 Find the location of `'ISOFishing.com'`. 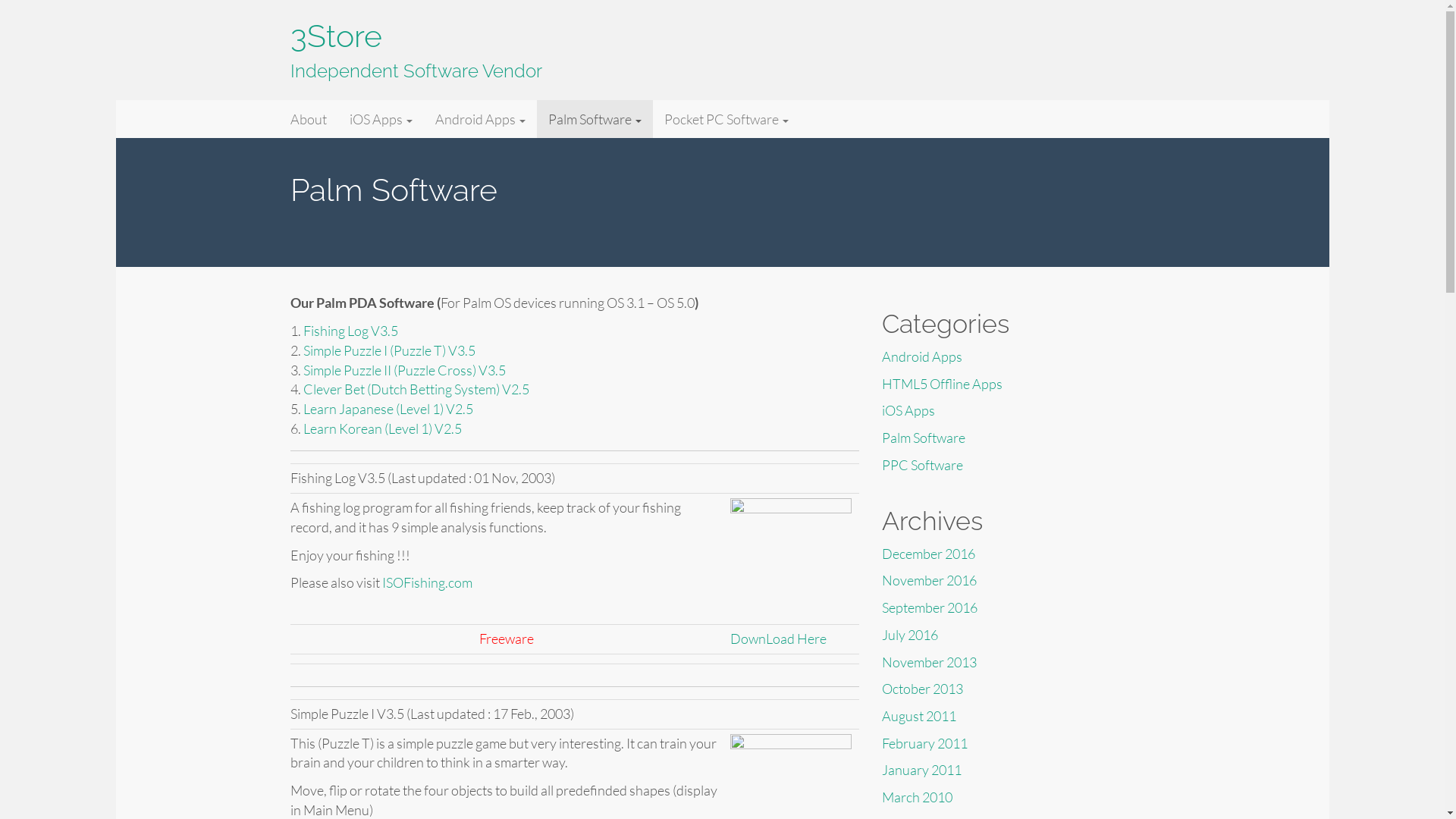

'ISOFishing.com' is located at coordinates (426, 581).